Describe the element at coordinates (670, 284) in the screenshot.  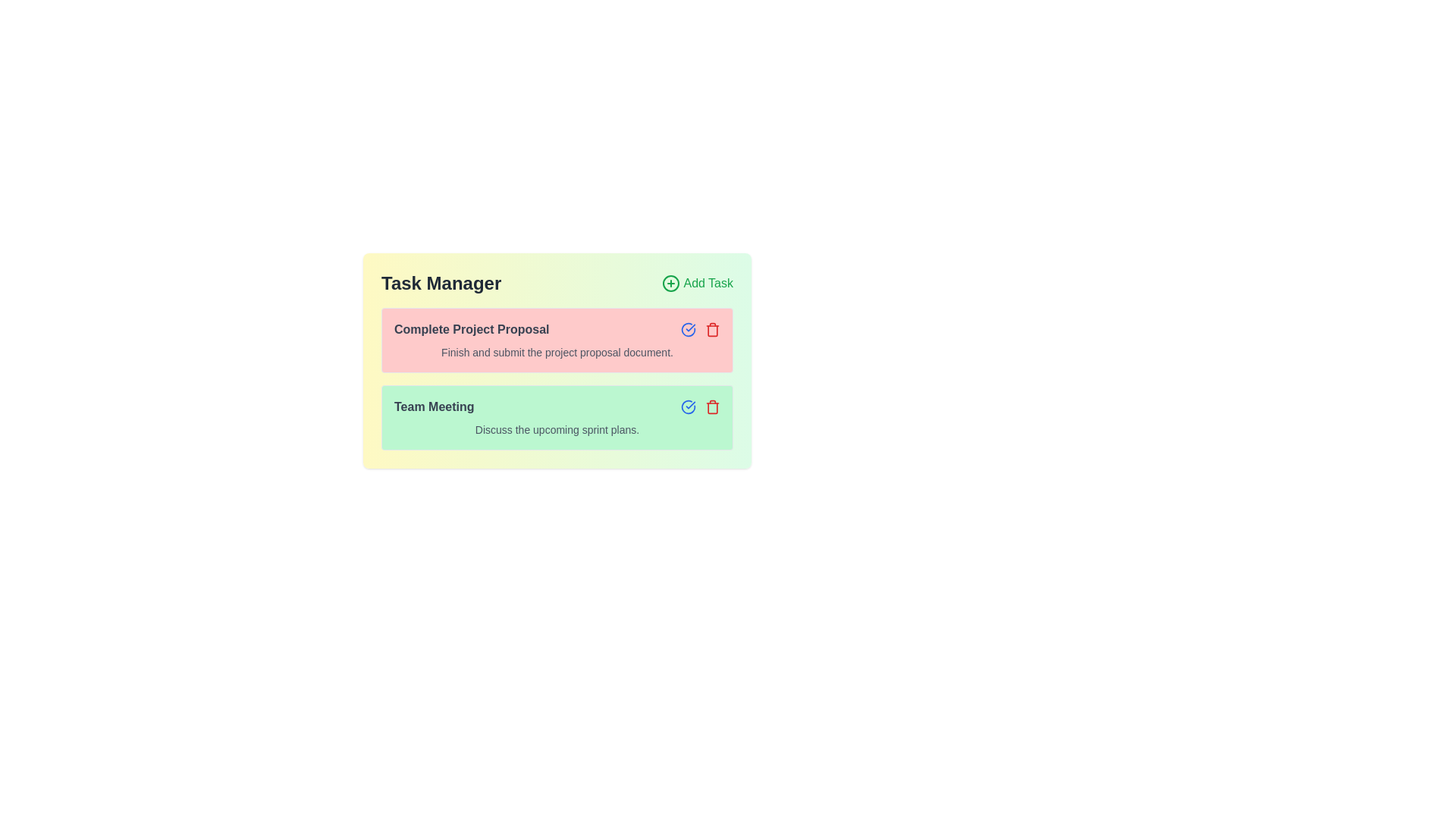
I see `the circular green icon with a plus sign located to the left of the 'Add Task' text in the top-right corner of the Task Manager interface` at that location.